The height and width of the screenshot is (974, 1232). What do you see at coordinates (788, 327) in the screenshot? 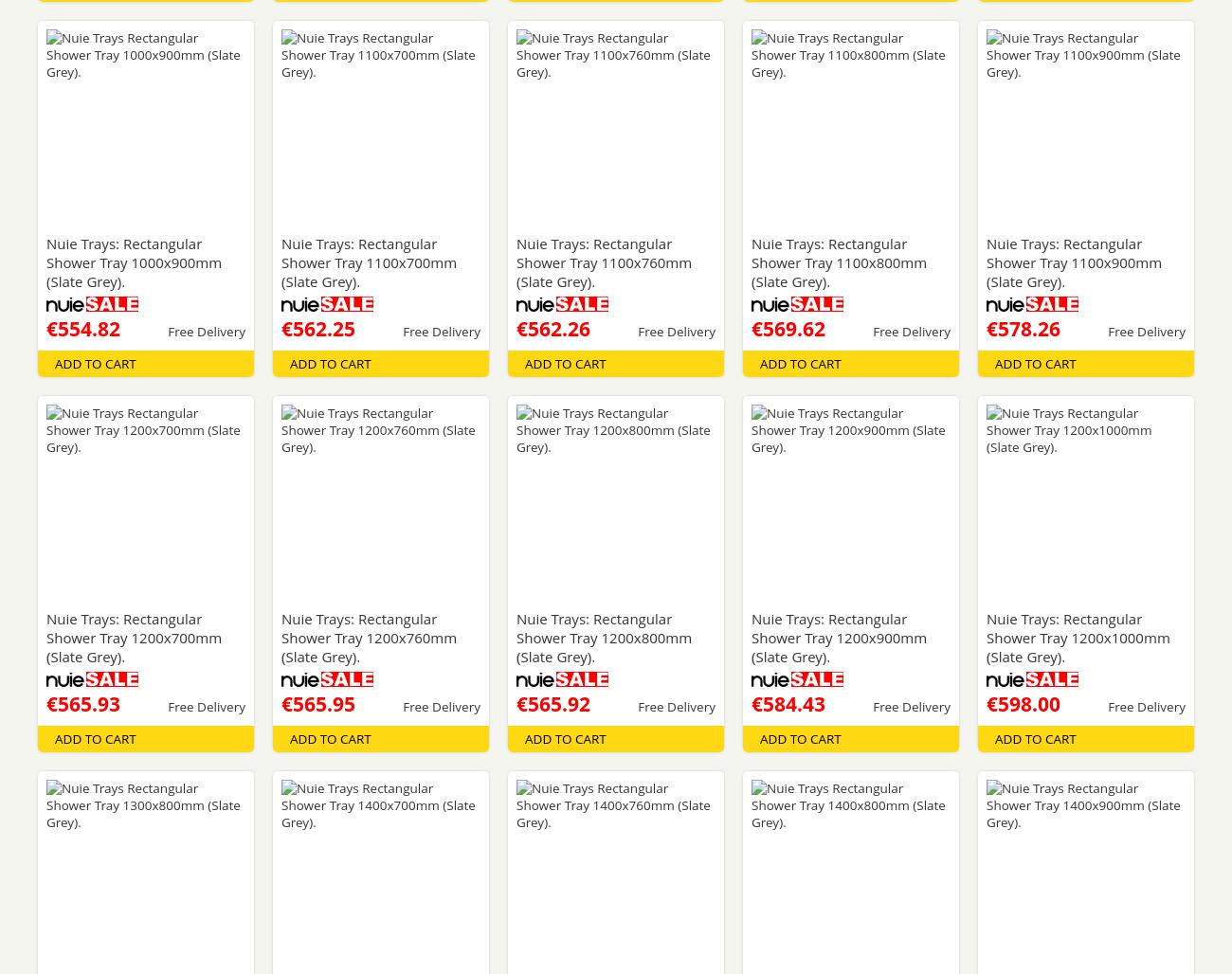
I see `'€569.62'` at bounding box center [788, 327].